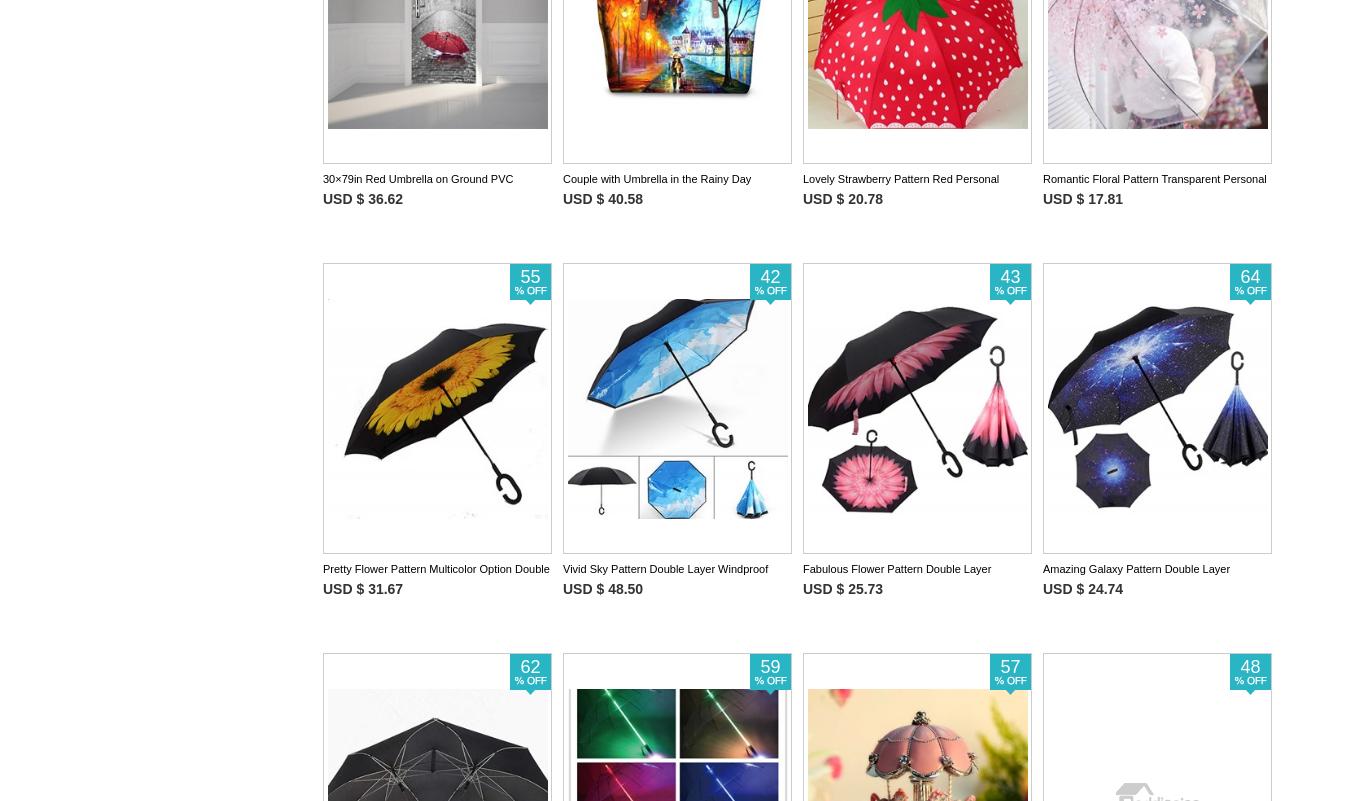  I want to click on '43', so click(1010, 275).